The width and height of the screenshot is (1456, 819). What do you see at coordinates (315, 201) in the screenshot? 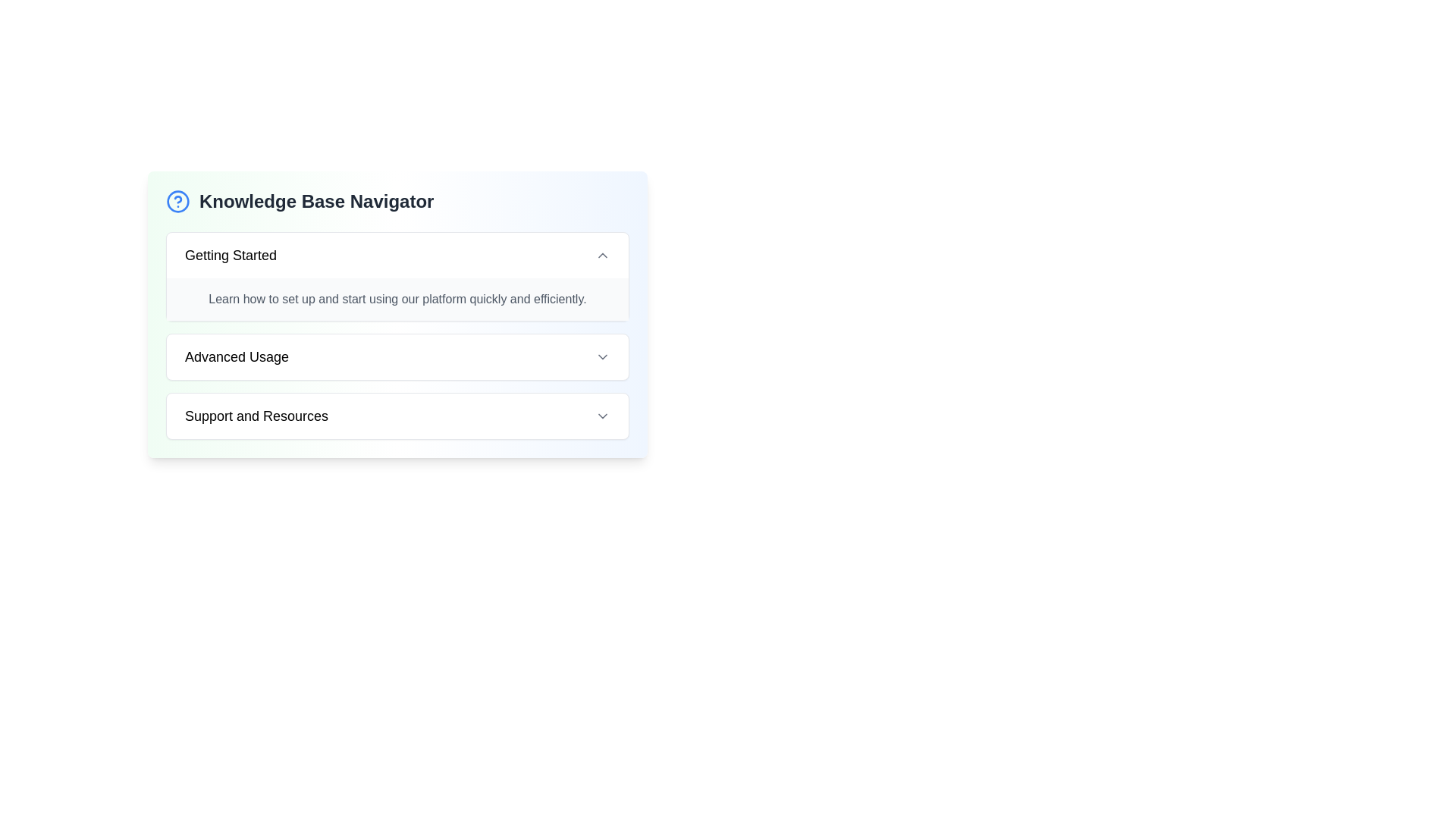
I see `text content of the large, bold serif heading labeled 'Knowledge Base Navigator', which is located prominently at the top of the section, to the right of a blue circular icon with a question mark` at bounding box center [315, 201].